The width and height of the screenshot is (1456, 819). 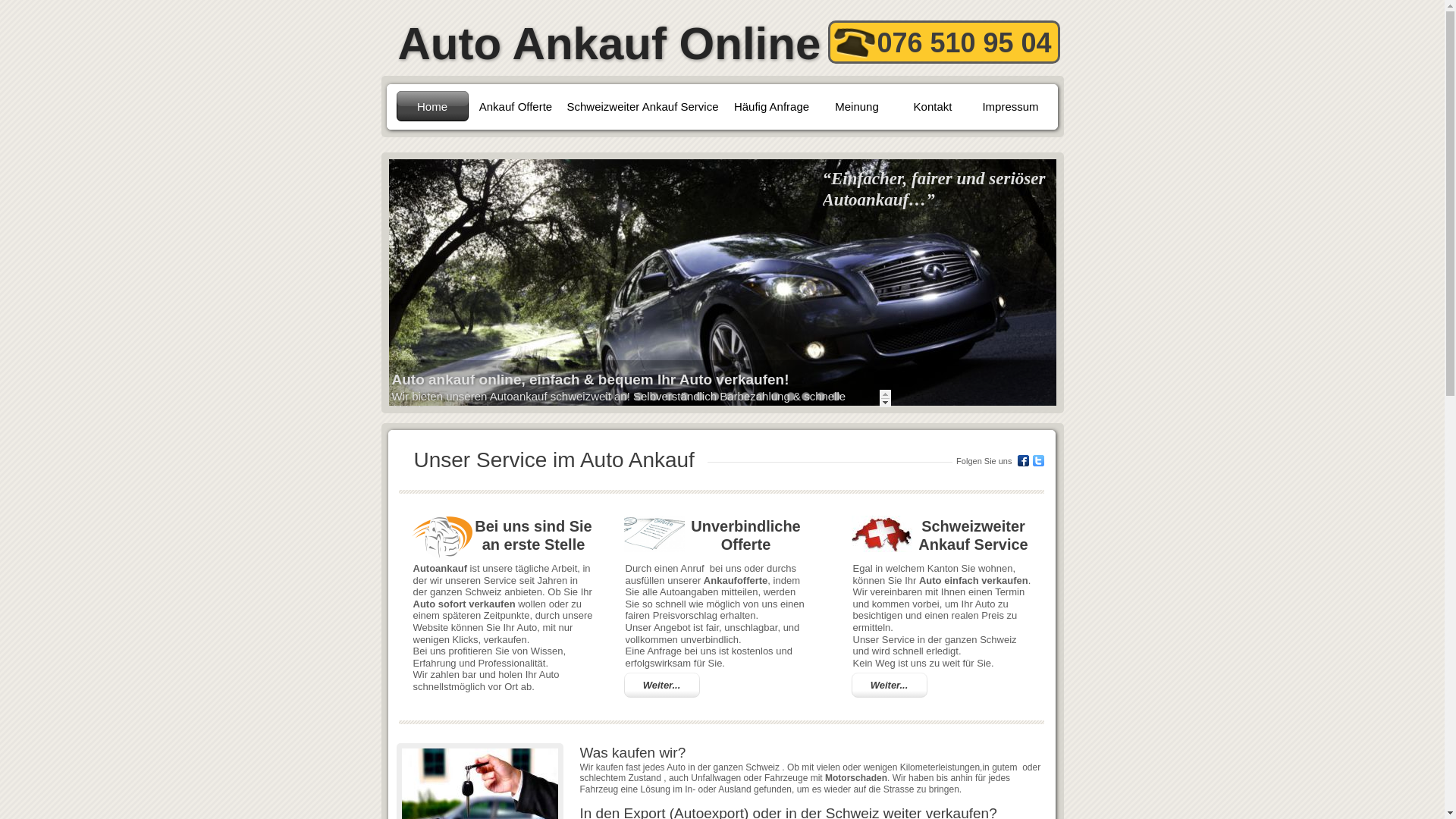 I want to click on 'Schweizweiter Ankauf Service', so click(x=562, y=105).